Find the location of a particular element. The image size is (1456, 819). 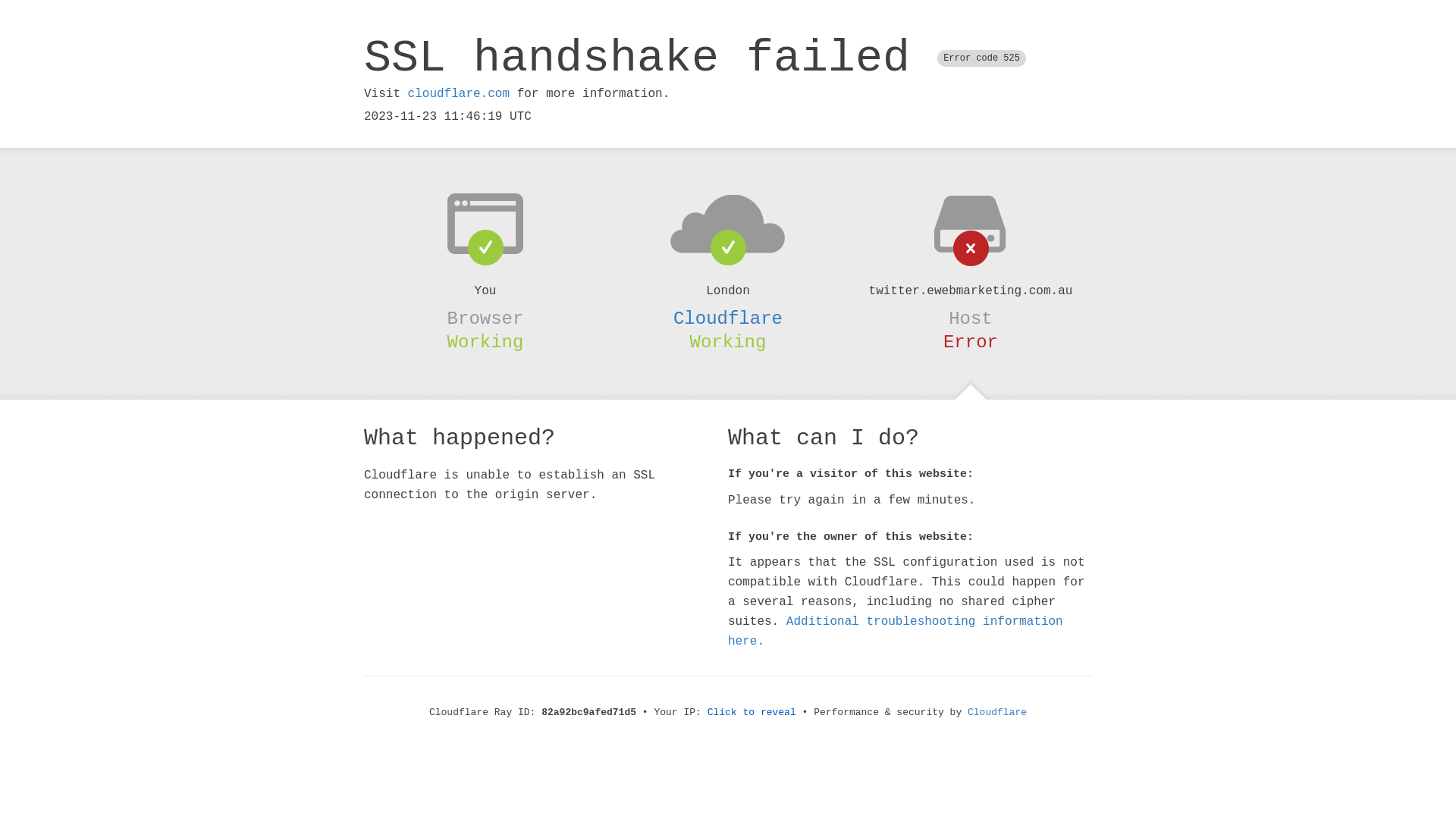

'Cloudflare' is located at coordinates (728, 318).